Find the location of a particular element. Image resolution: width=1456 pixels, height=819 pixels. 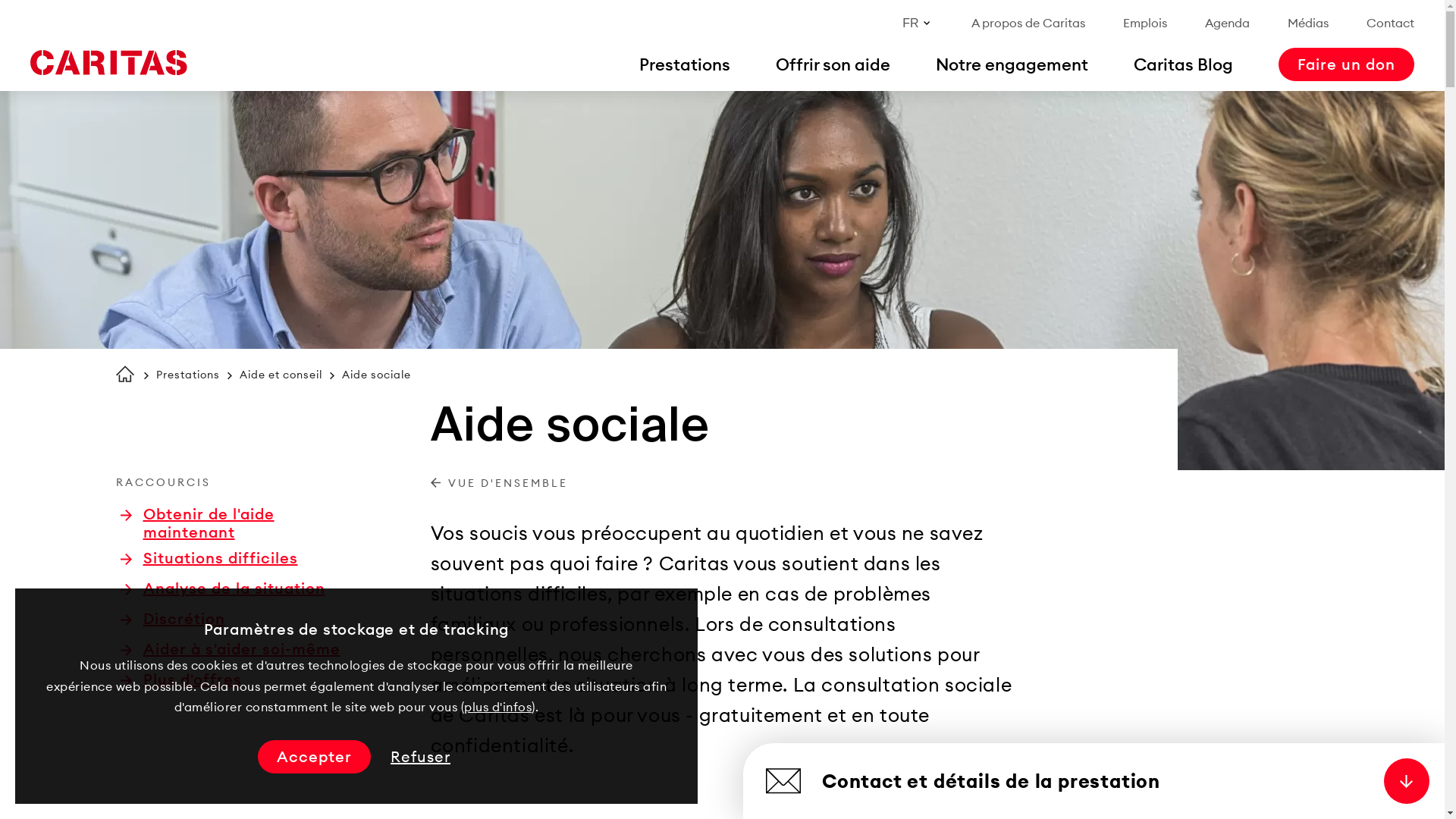

'Prestations' is located at coordinates (683, 63).